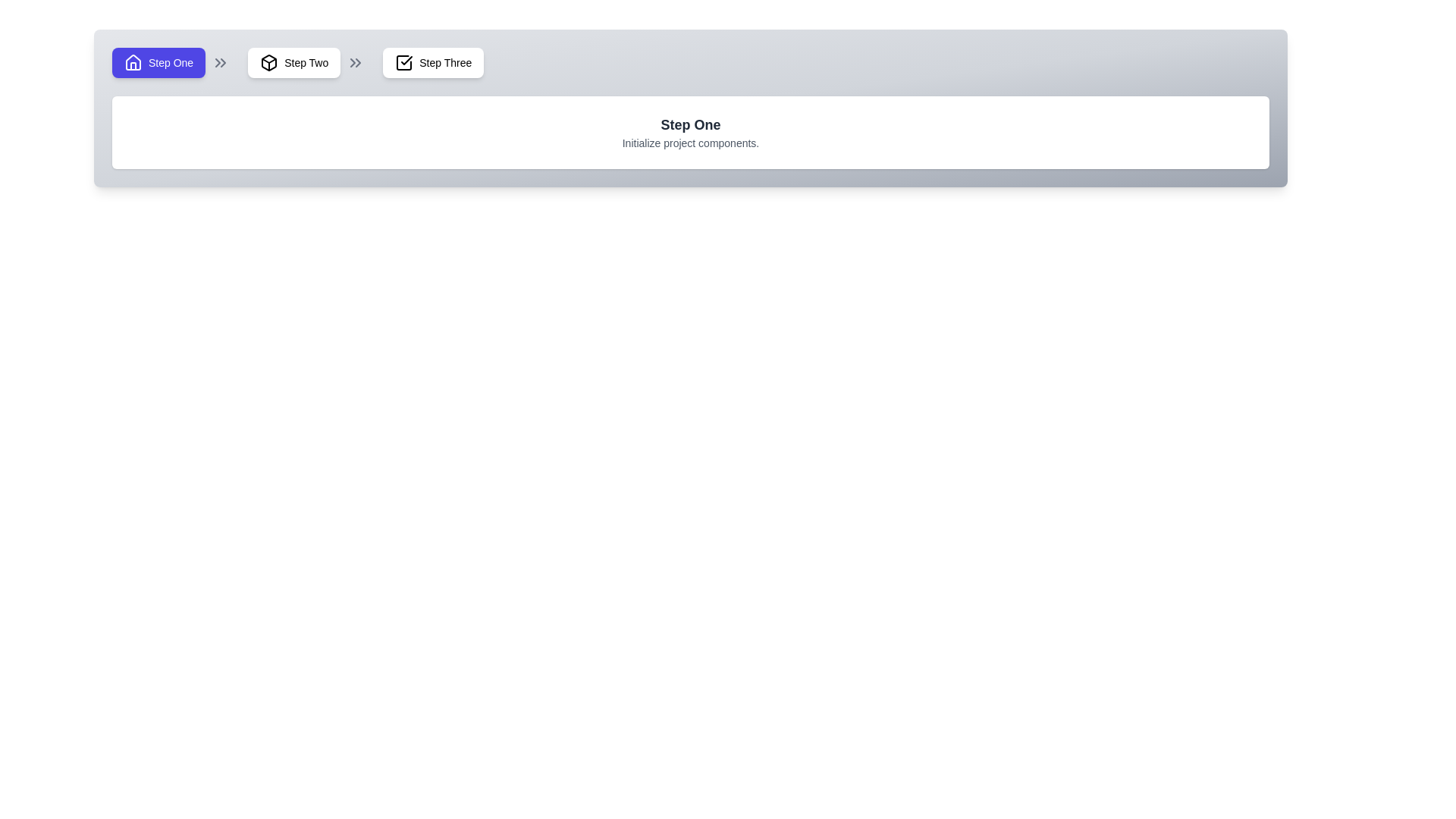 The height and width of the screenshot is (819, 1456). Describe the element at coordinates (220, 62) in the screenshot. I see `the small right-chevron icon, which is gray with a thin outline, located in the navigation panel next to the 'Step One' button` at that location.